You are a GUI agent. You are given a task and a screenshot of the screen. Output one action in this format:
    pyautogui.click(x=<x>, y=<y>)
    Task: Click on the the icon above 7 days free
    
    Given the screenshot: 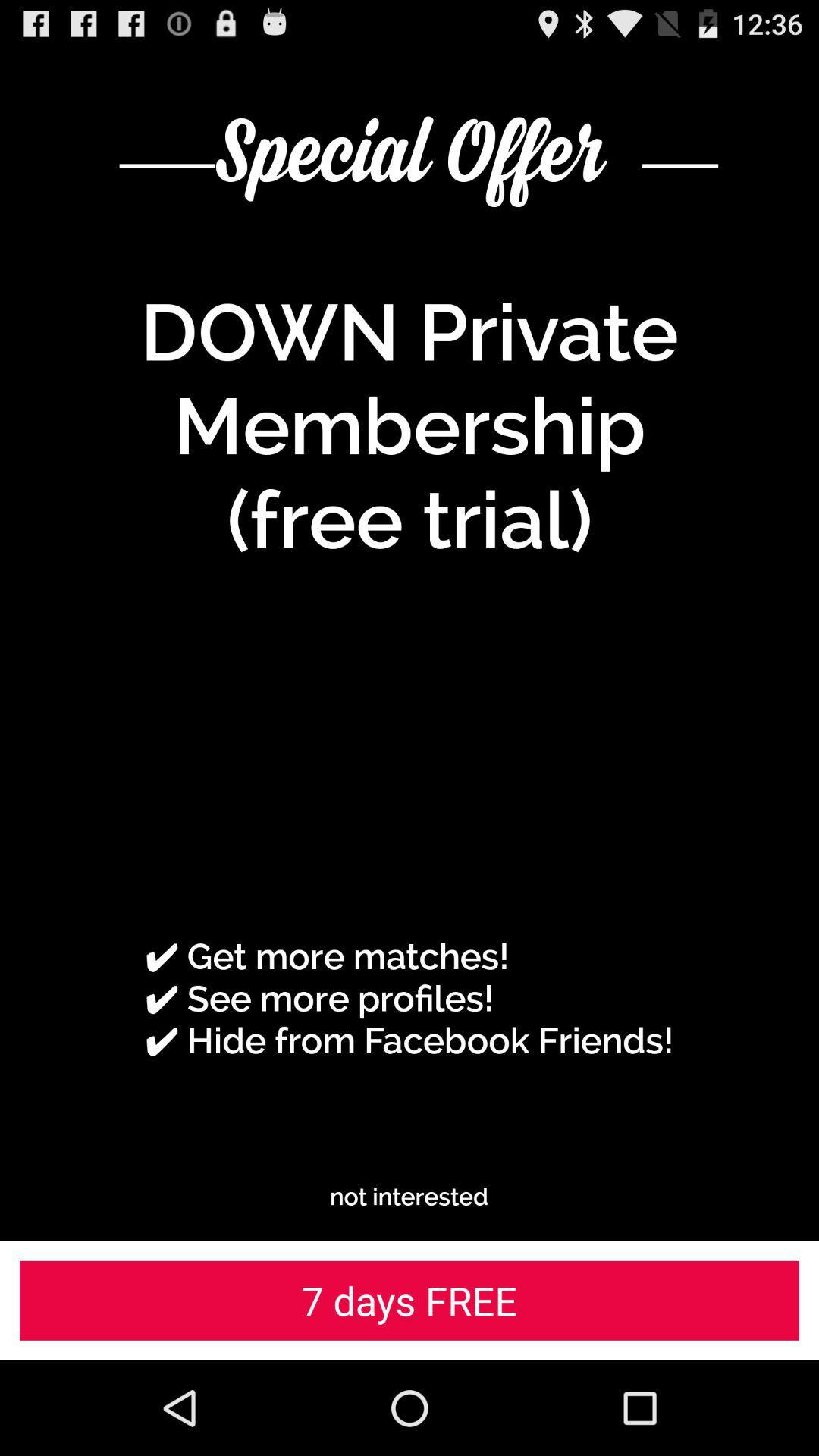 What is the action you would take?
    pyautogui.click(x=408, y=1196)
    